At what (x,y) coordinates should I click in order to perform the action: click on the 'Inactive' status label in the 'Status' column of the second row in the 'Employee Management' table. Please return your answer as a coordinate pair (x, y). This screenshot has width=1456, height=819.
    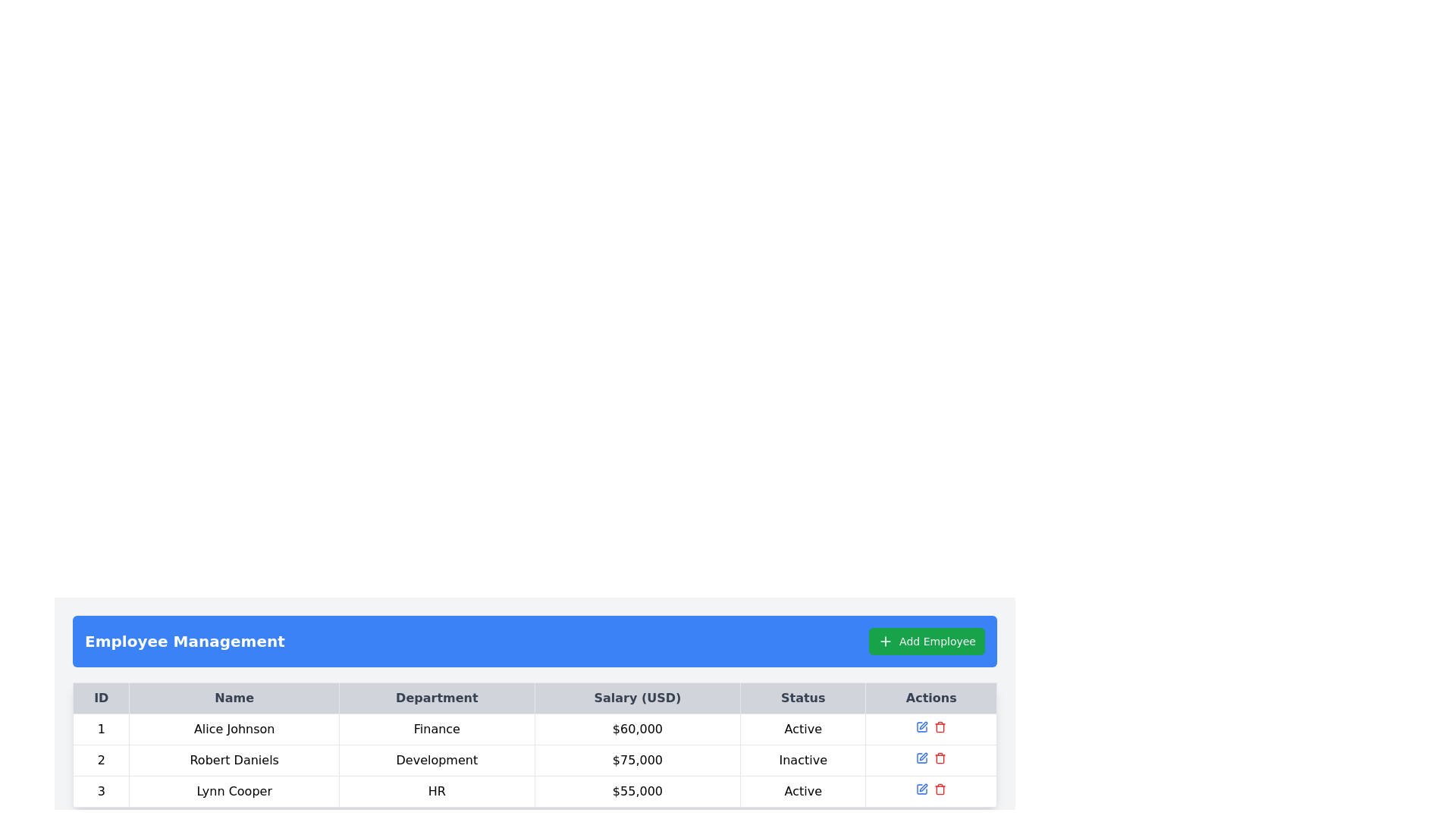
    Looking at the image, I should click on (802, 760).